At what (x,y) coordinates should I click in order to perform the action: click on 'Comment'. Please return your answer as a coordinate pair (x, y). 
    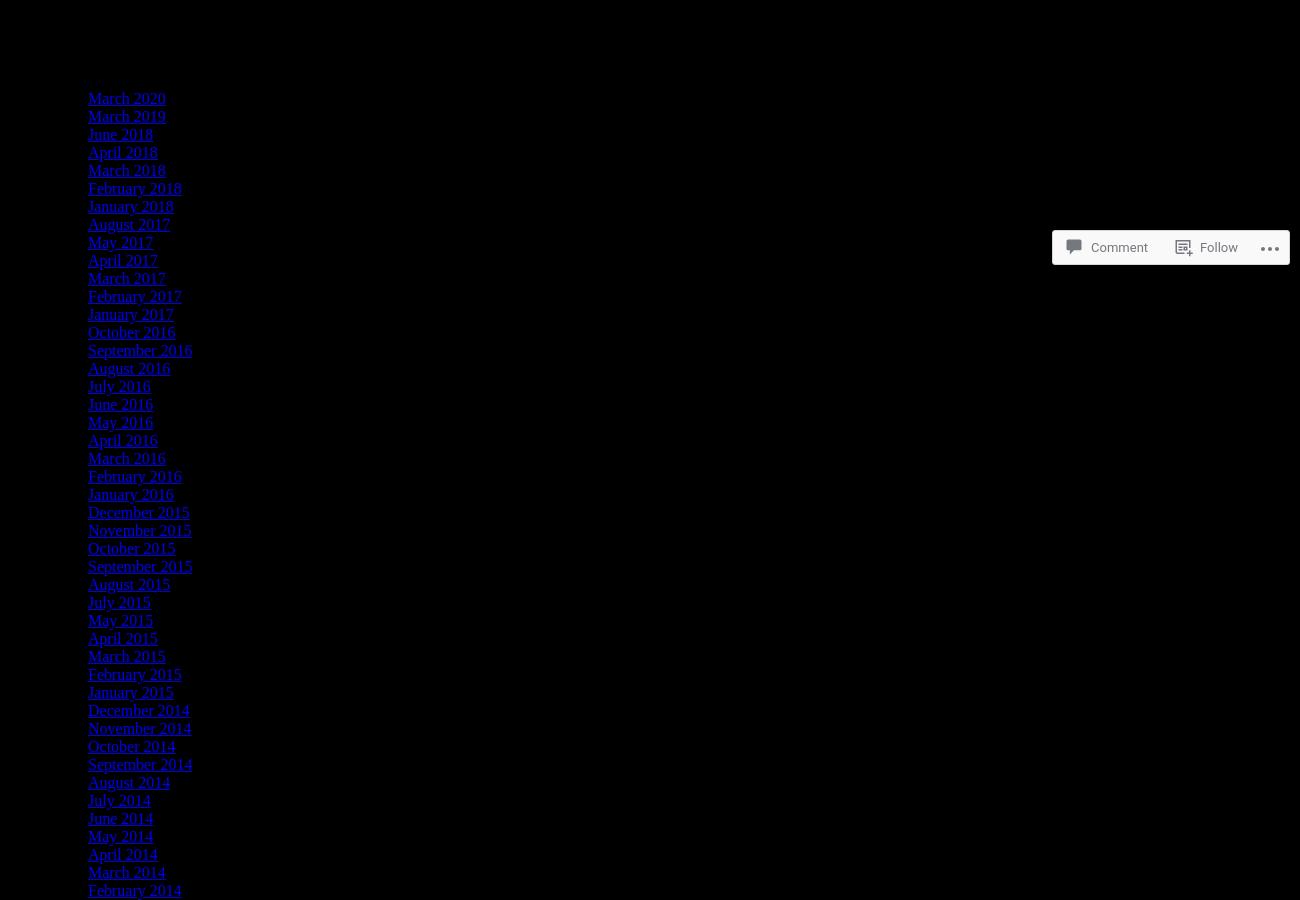
    Looking at the image, I should click on (1118, 172).